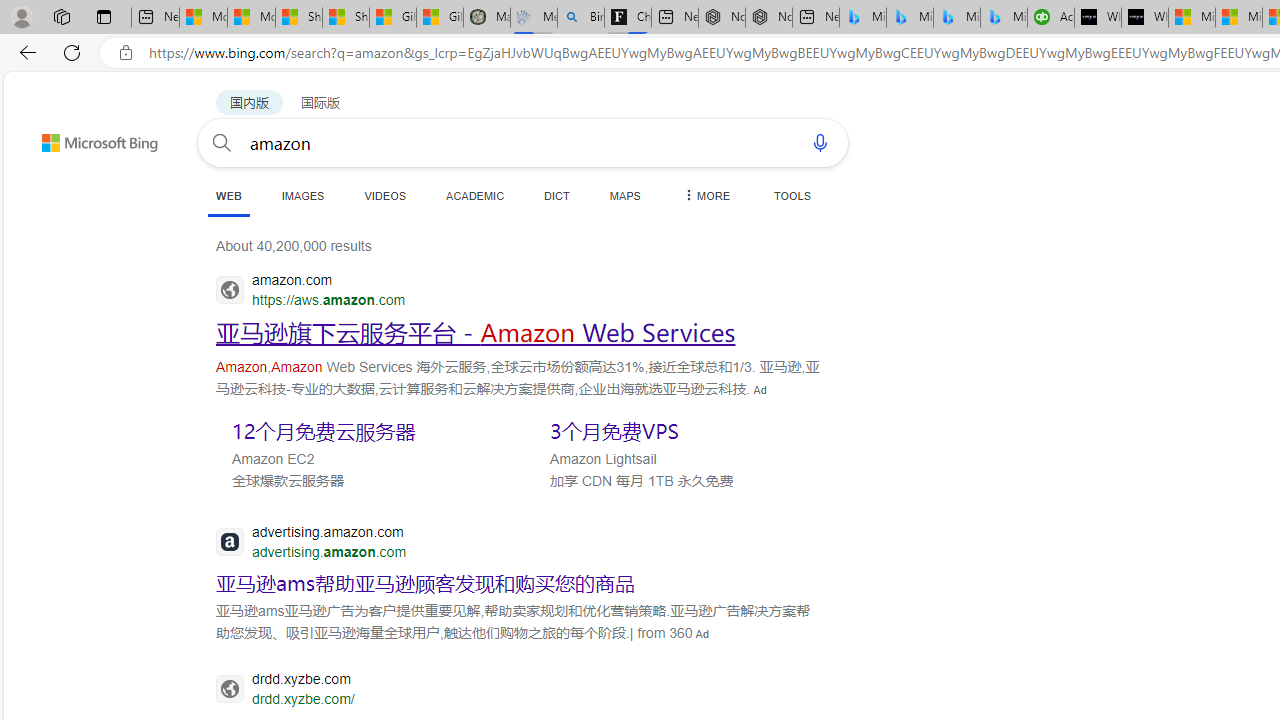 The height and width of the screenshot is (720, 1280). What do you see at coordinates (624, 195) in the screenshot?
I see `'MAPS'` at bounding box center [624, 195].